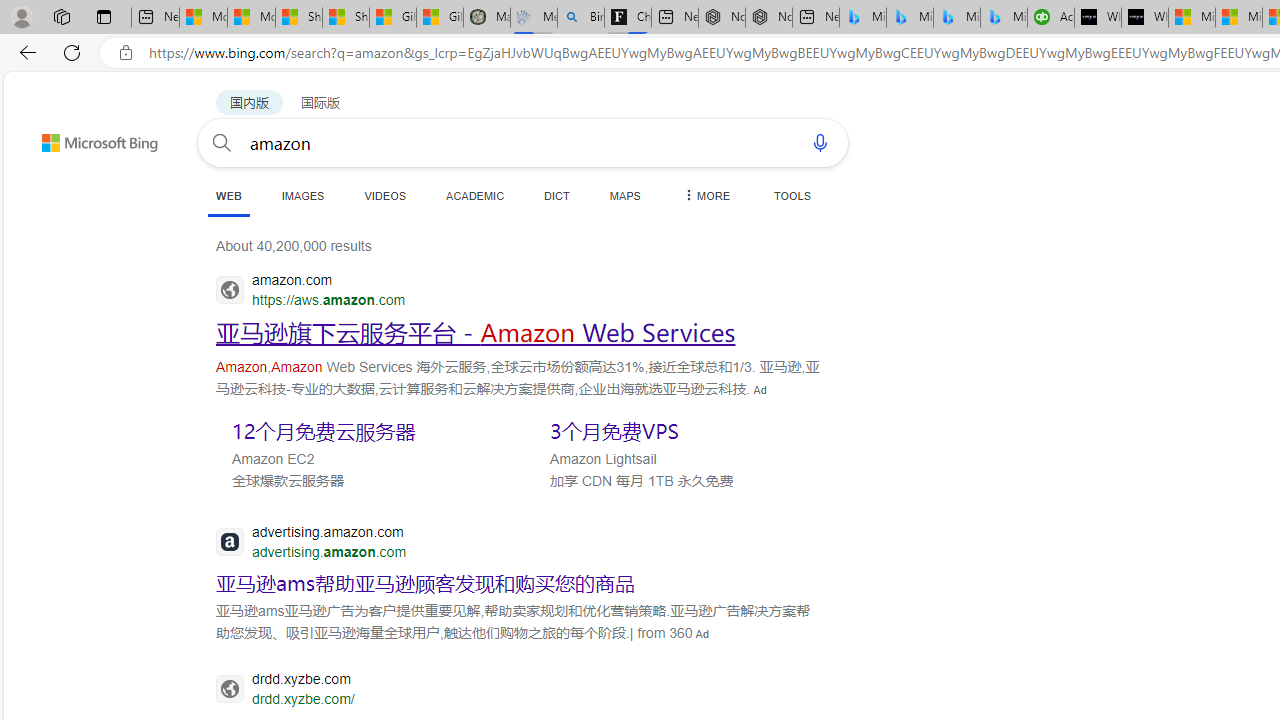 The height and width of the screenshot is (720, 1280). What do you see at coordinates (624, 195) in the screenshot?
I see `'MAPS'` at bounding box center [624, 195].